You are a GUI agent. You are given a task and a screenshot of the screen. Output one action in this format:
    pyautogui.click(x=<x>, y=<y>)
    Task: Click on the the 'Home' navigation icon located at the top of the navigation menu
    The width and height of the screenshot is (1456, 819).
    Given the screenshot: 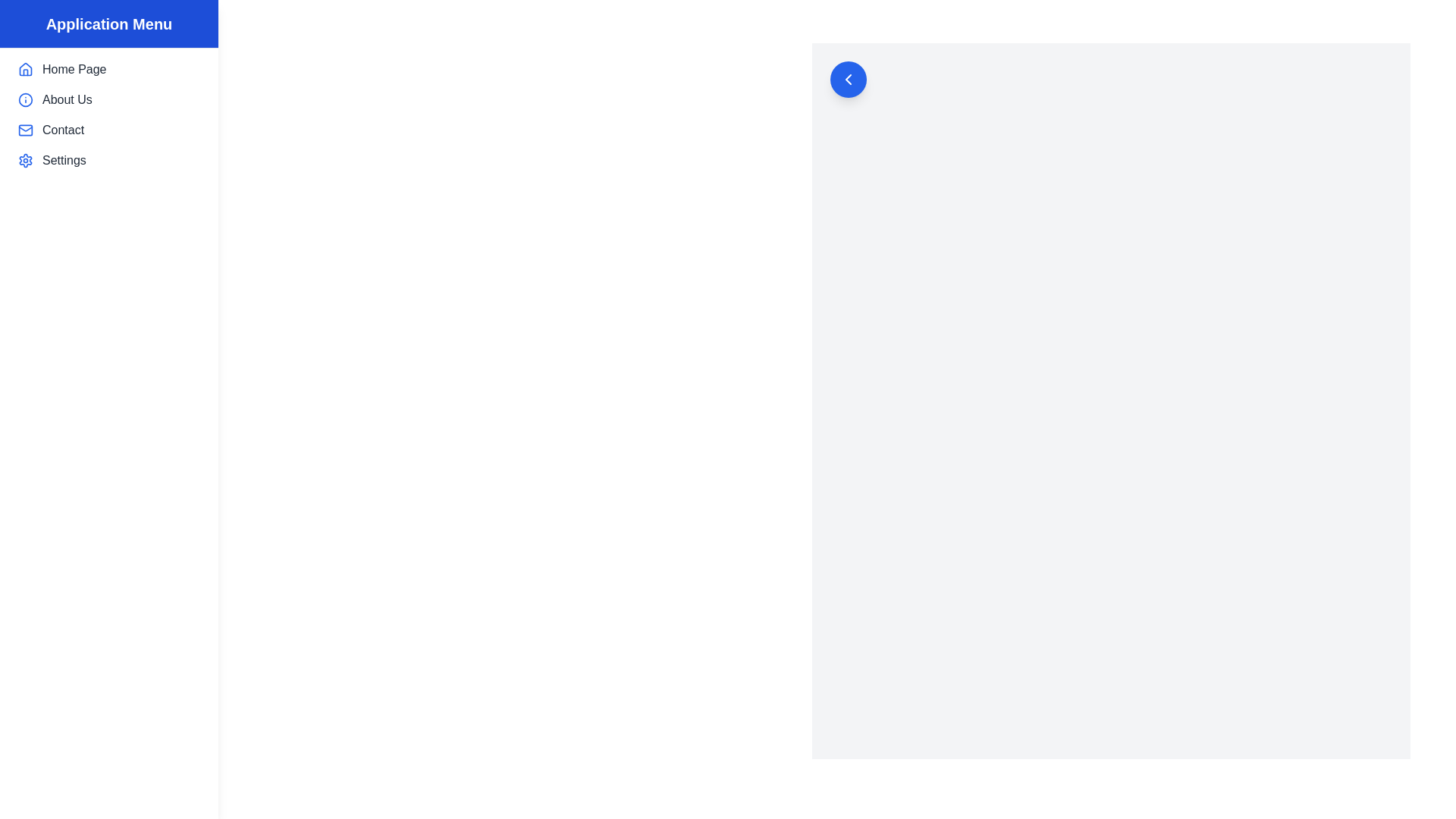 What is the action you would take?
    pyautogui.click(x=25, y=70)
    